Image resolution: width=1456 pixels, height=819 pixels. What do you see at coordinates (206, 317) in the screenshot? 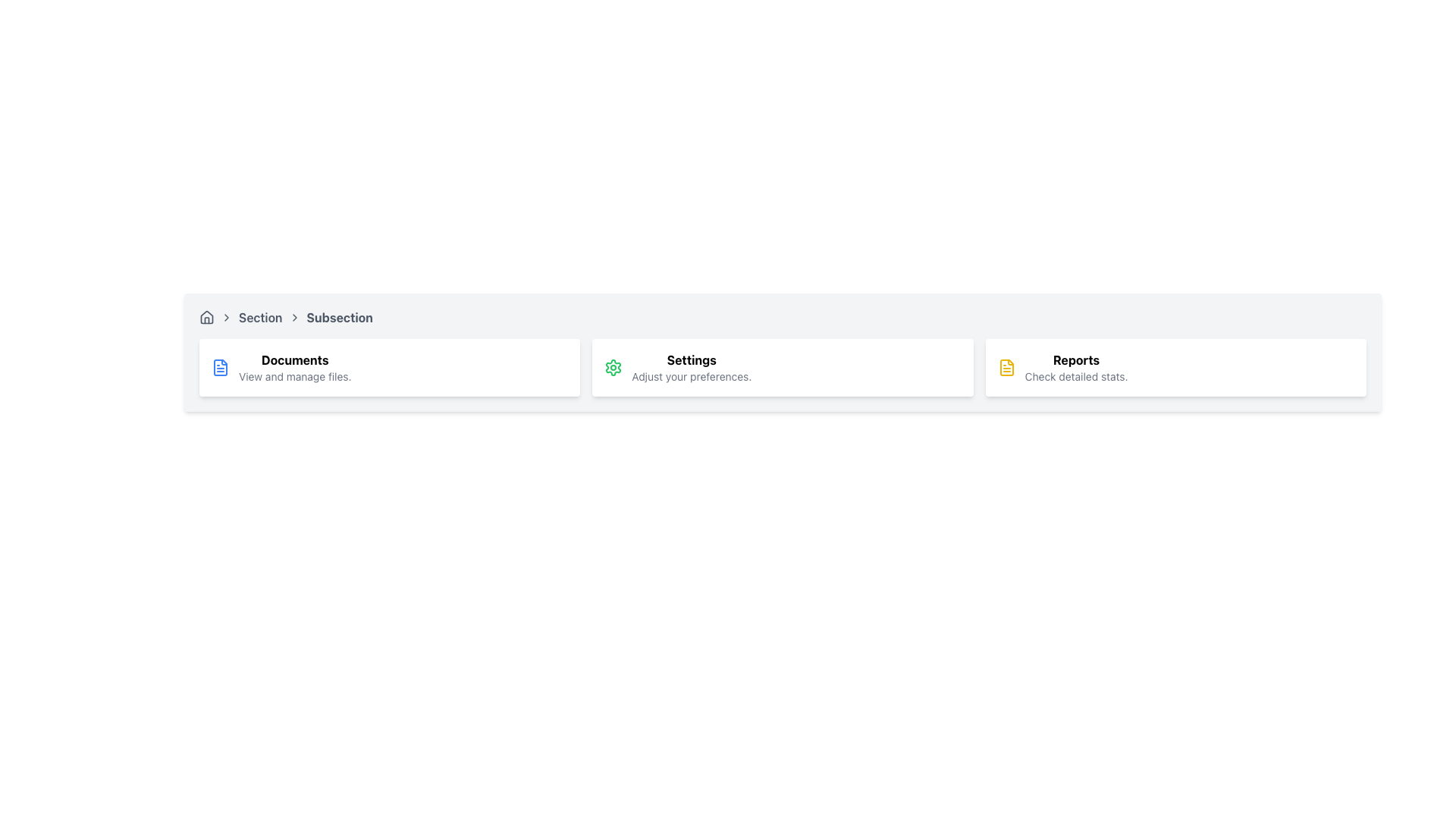
I see `the Home Symbol icon located at the leftmost part of the breadcrumb navigation bar` at bounding box center [206, 317].